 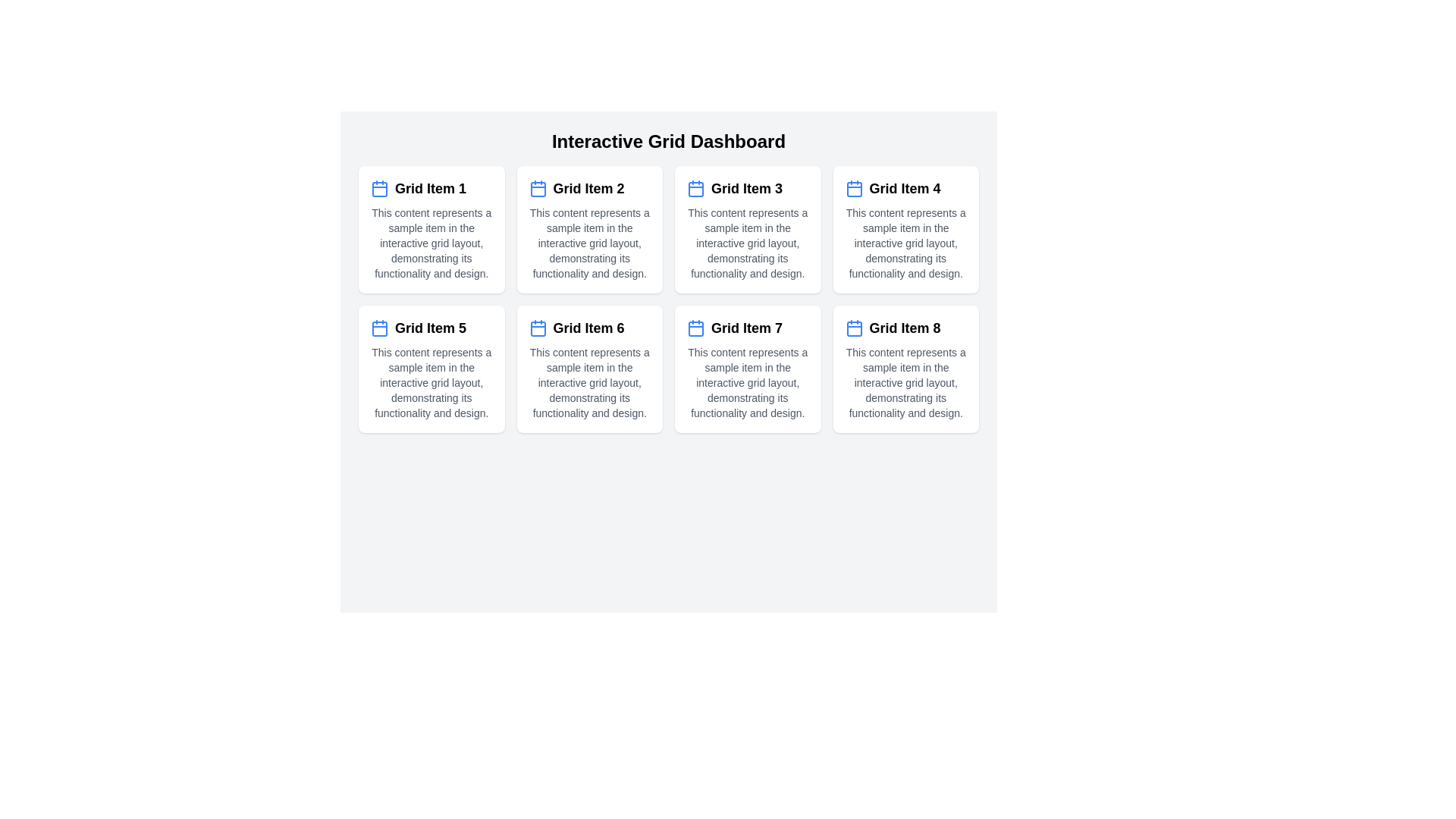 I want to click on the calendar icon located in the upper-left part of 'Grid Item 5' card, adjacent to the title label, which represents time and scheduling information, so click(x=379, y=327).